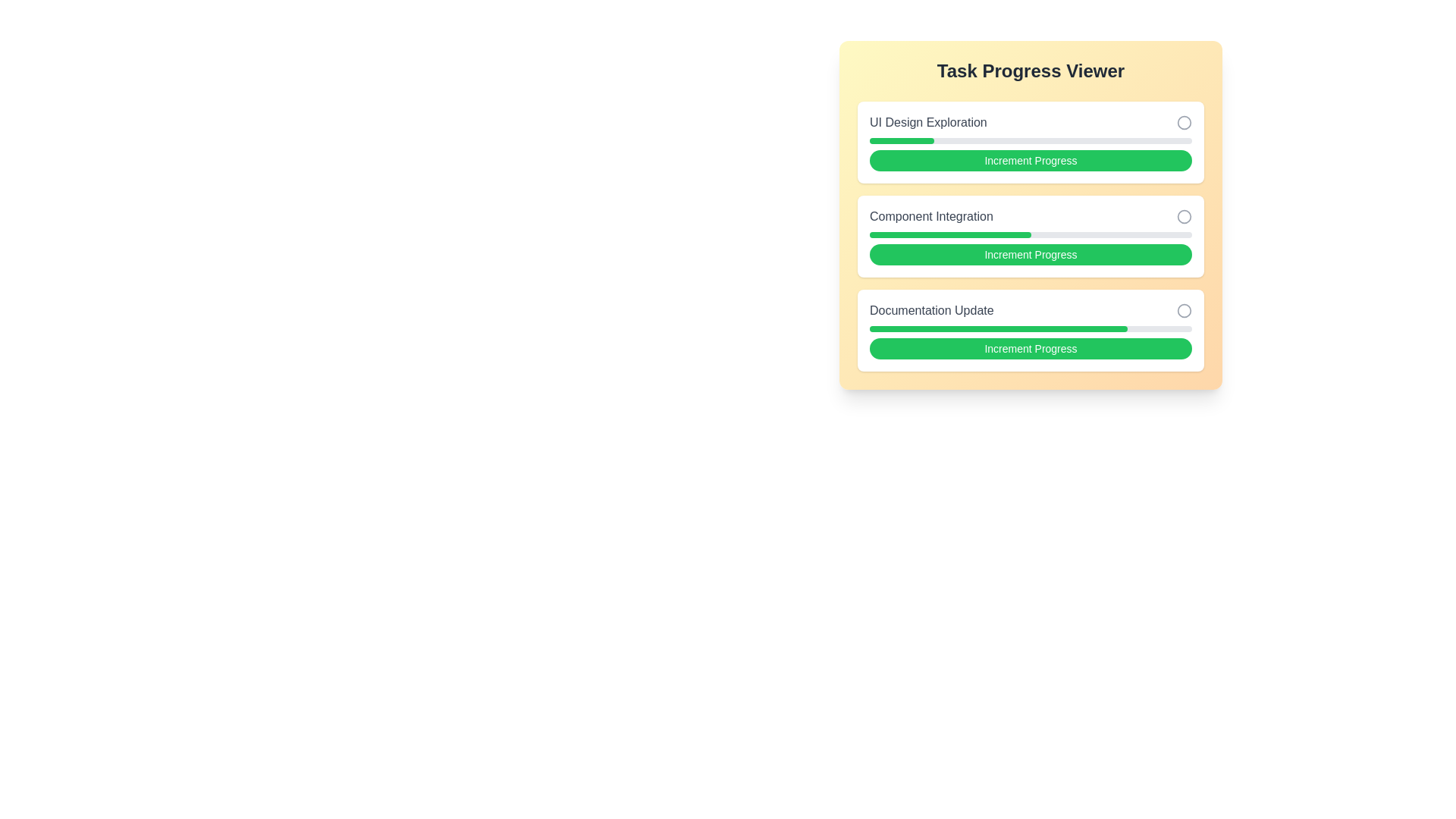  What do you see at coordinates (930, 309) in the screenshot?
I see `the static text label that serves as the title for the 'Documentation Update' section, positioned above the green progress bar and to the left of a circular icon` at bounding box center [930, 309].